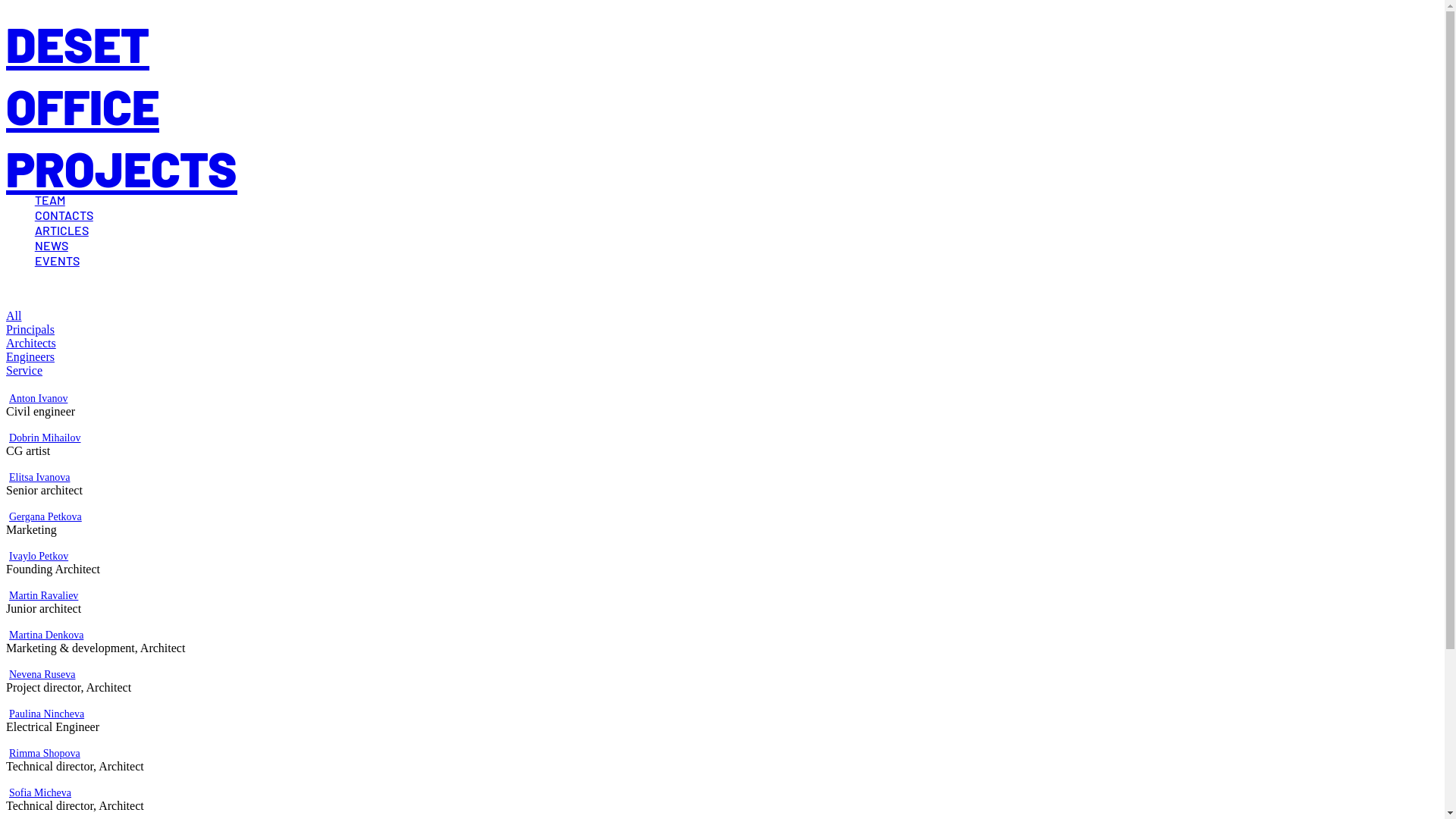 The width and height of the screenshot is (1456, 819). I want to click on 'DESET', so click(77, 42).